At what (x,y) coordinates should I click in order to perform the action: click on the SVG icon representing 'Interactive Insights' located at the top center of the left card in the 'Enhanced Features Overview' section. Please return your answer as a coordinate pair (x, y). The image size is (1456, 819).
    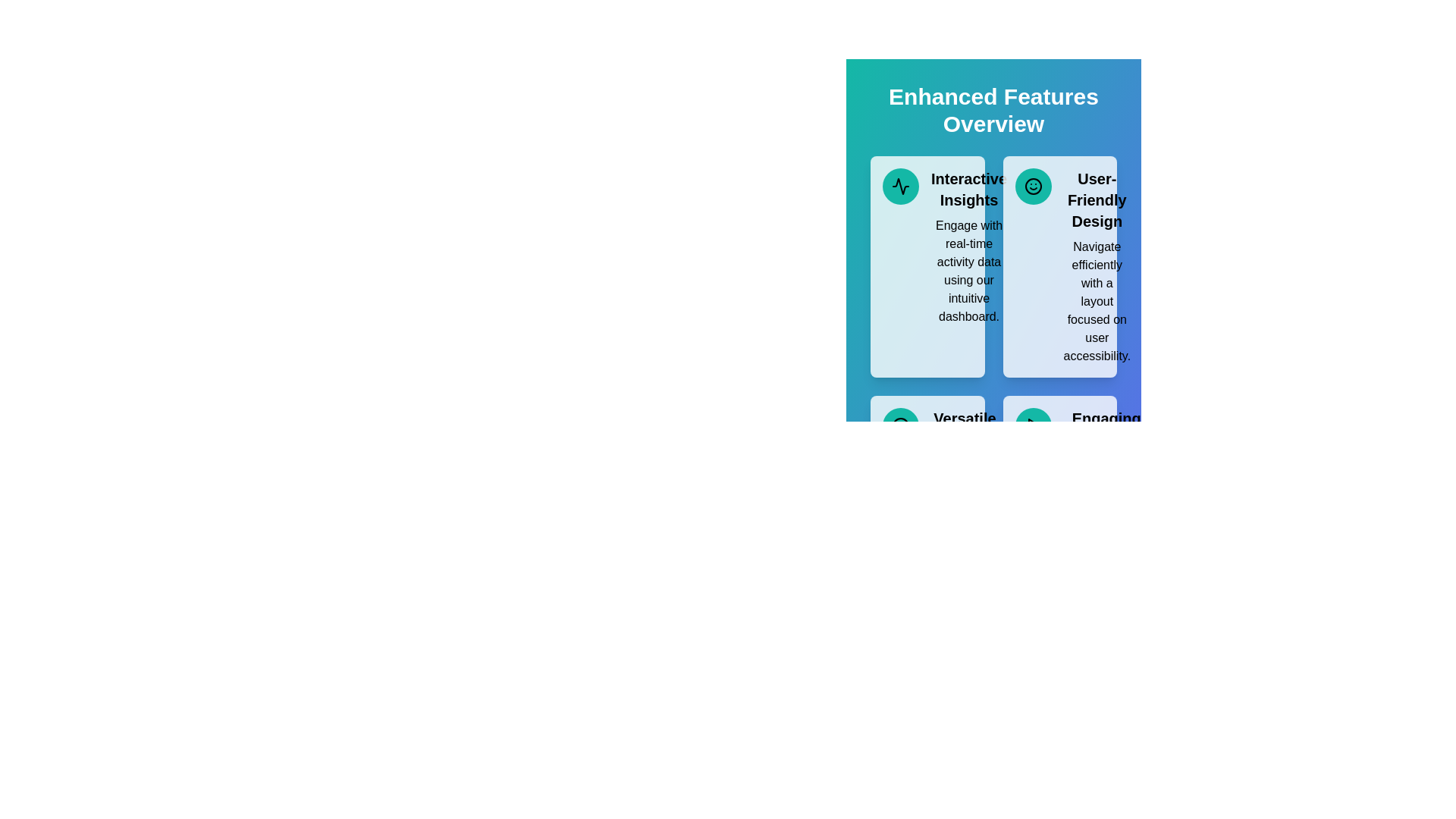
    Looking at the image, I should click on (901, 186).